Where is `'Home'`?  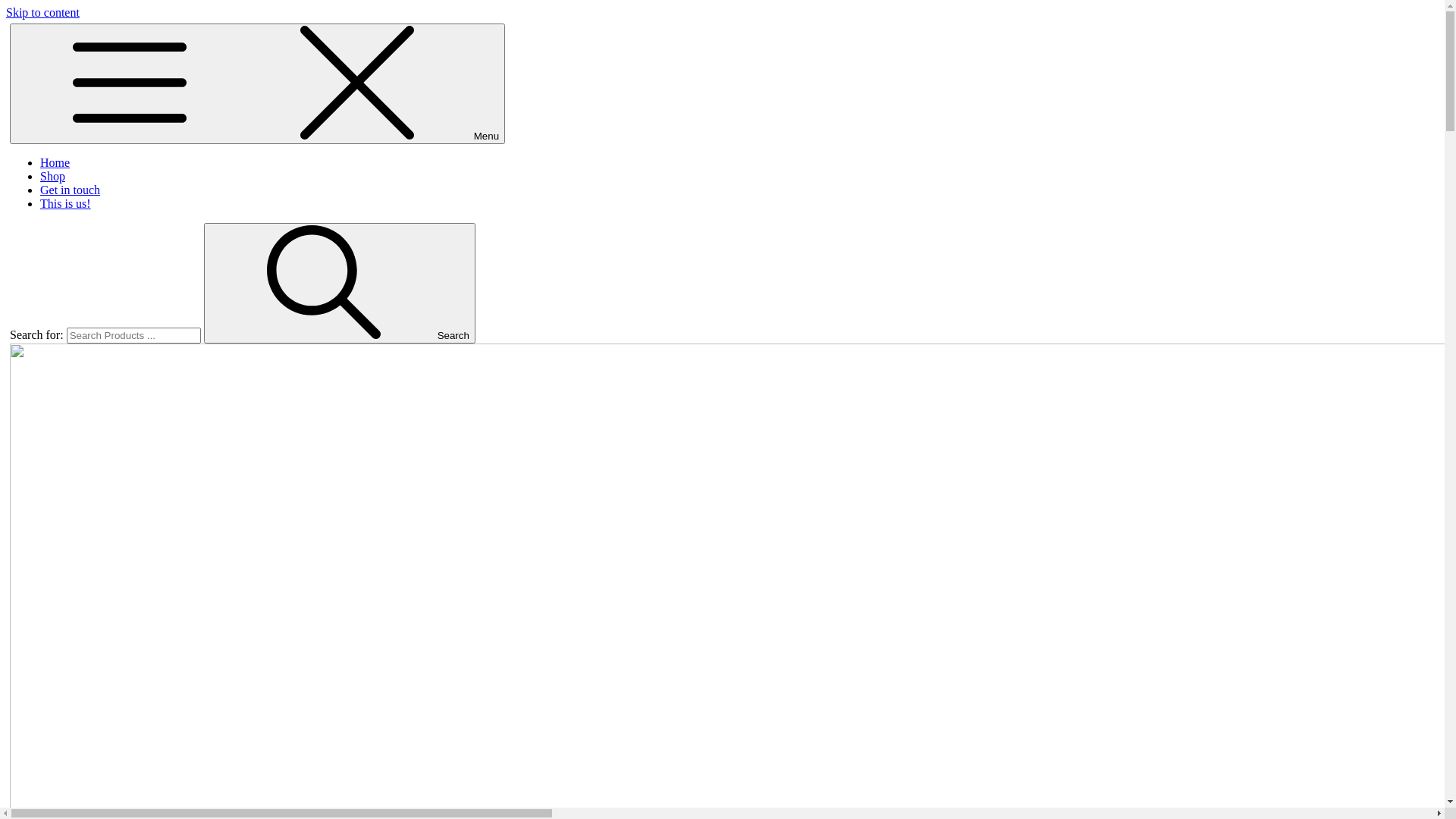
'Home' is located at coordinates (55, 162).